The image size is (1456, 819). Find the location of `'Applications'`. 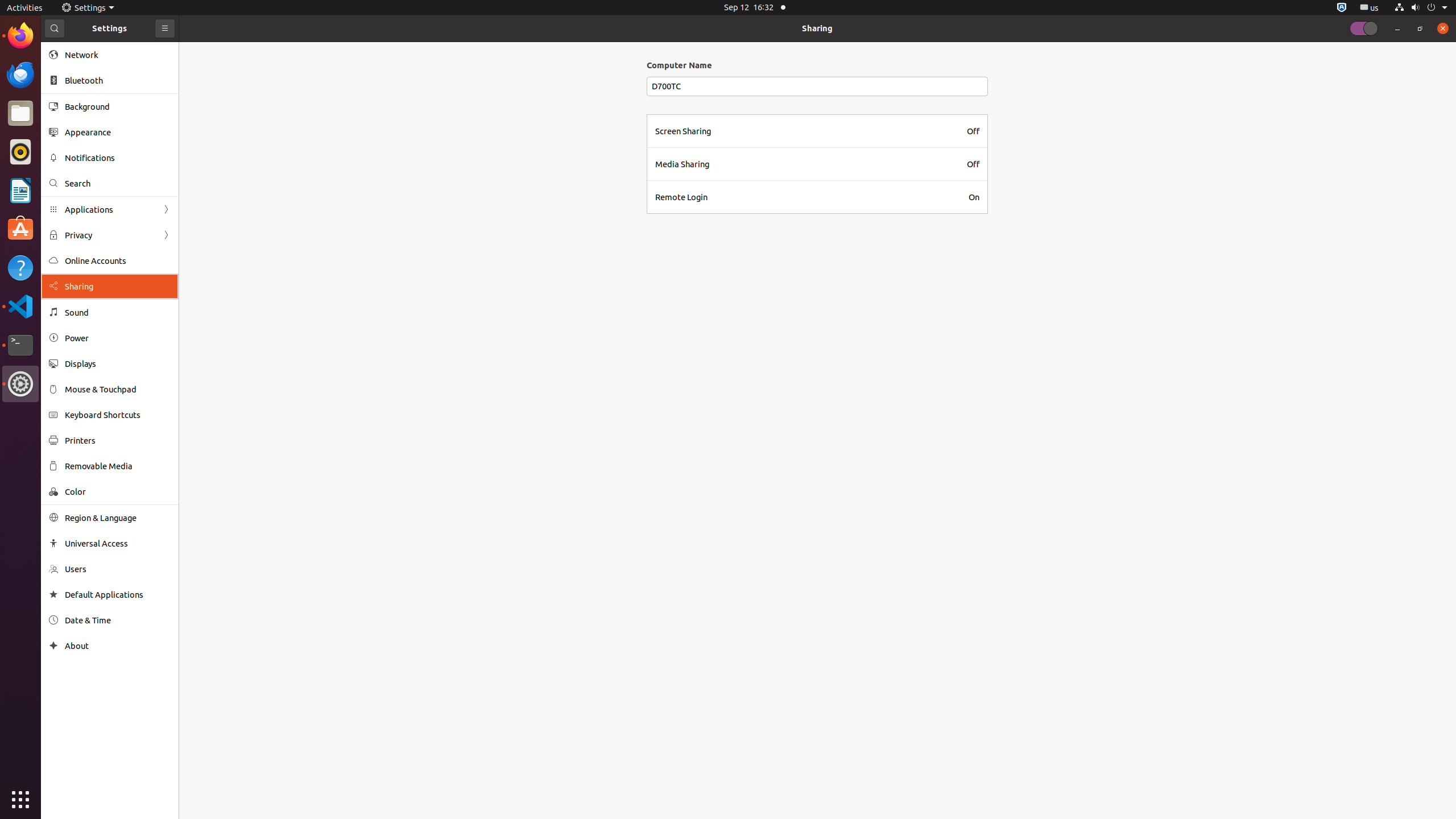

'Applications' is located at coordinates (109, 209).